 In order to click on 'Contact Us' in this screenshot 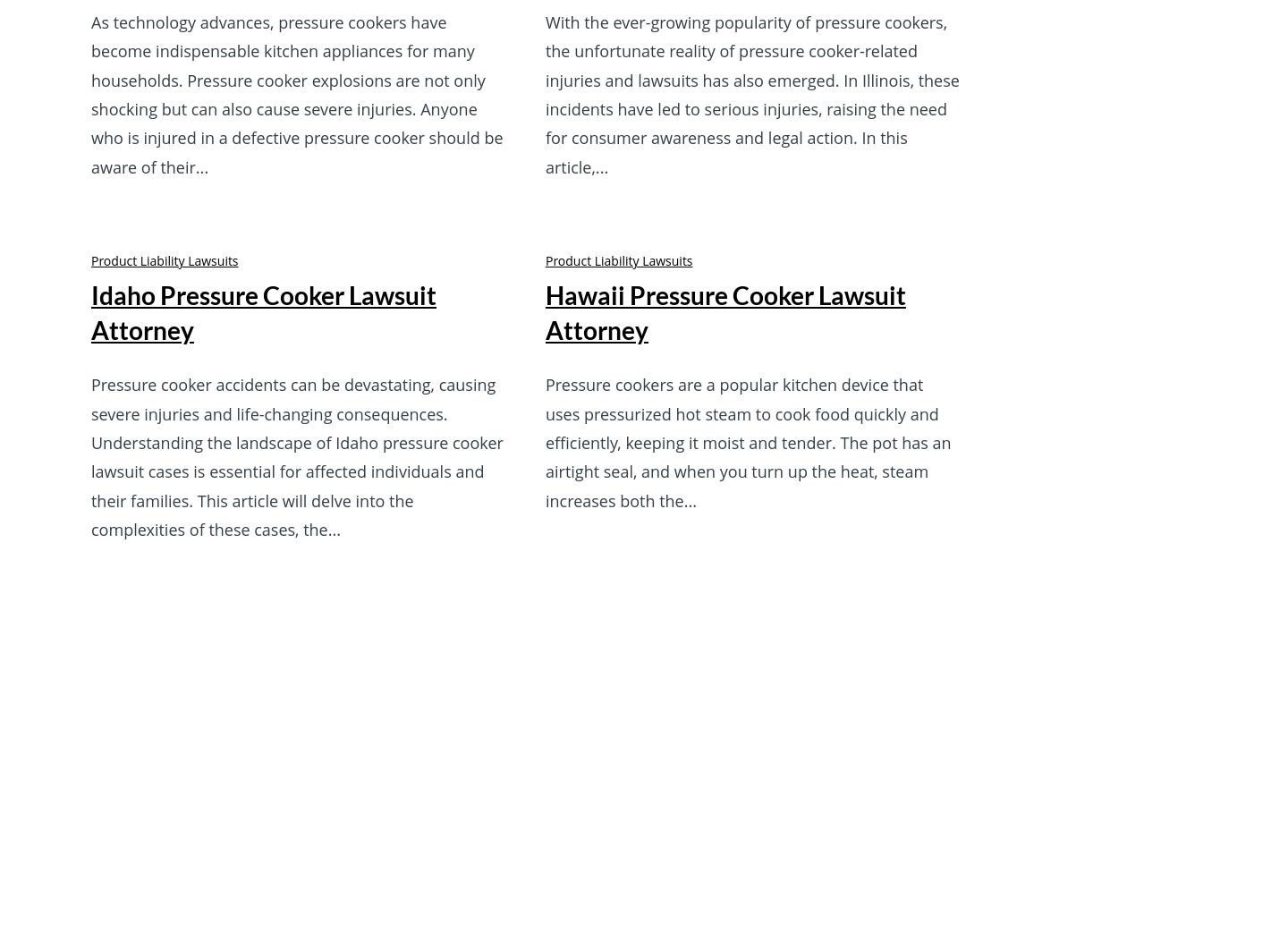, I will do `click(360, 649)`.